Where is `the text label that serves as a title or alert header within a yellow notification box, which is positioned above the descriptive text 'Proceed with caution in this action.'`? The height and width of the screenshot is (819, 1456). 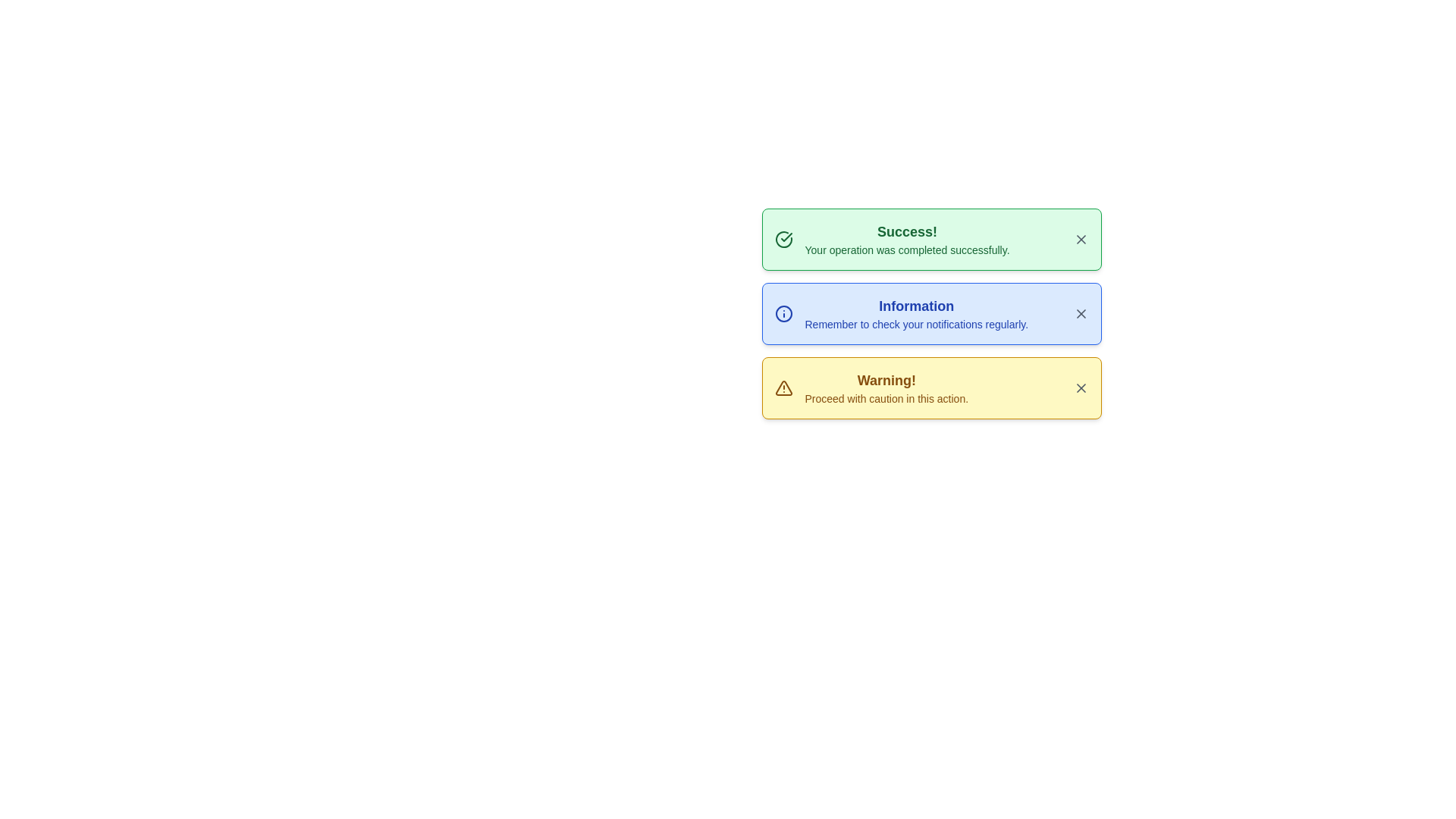
the text label that serves as a title or alert header within a yellow notification box, which is positioned above the descriptive text 'Proceed with caution in this action.' is located at coordinates (886, 379).